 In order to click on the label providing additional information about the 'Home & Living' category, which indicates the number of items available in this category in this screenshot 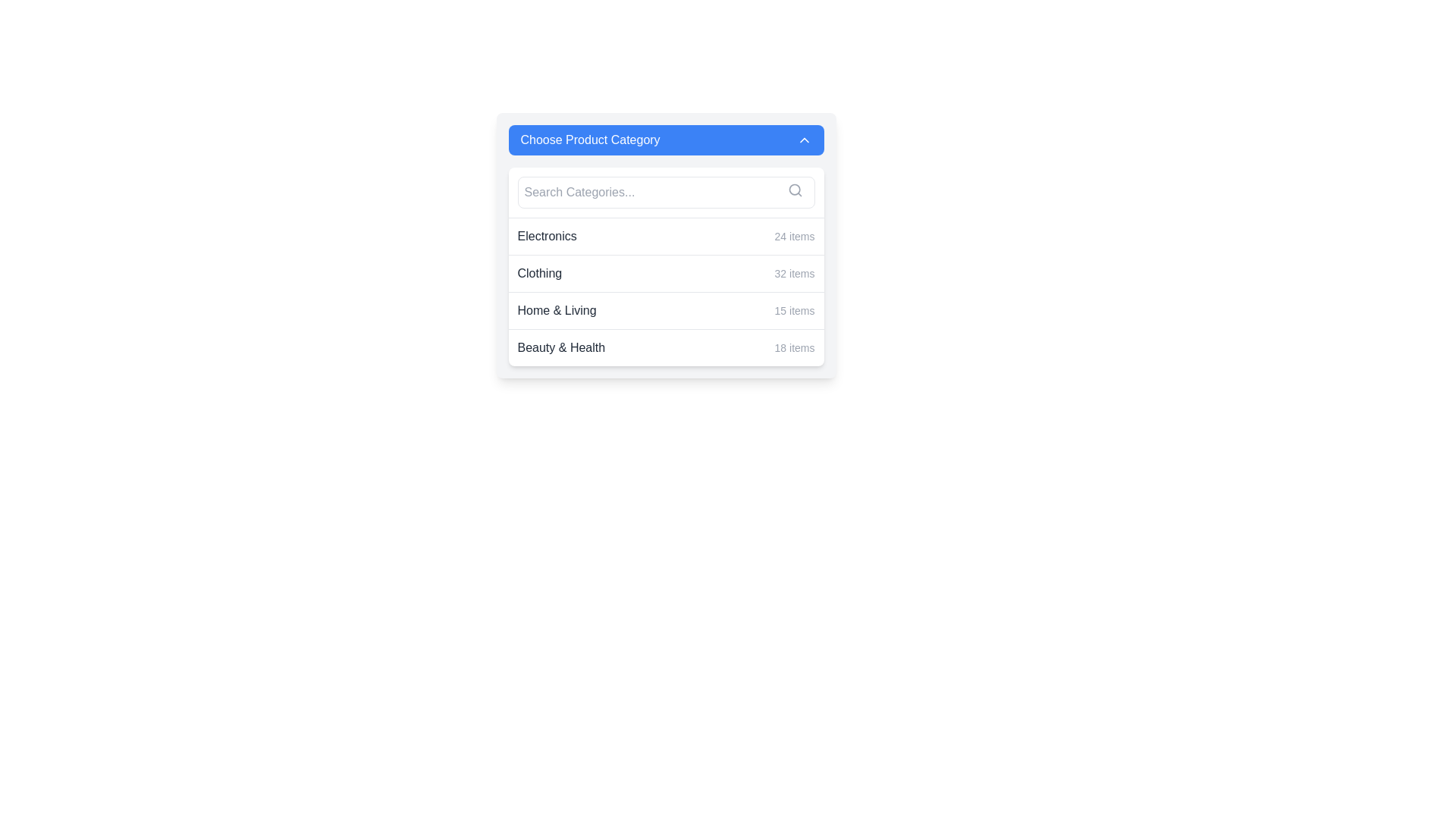, I will do `click(794, 309)`.